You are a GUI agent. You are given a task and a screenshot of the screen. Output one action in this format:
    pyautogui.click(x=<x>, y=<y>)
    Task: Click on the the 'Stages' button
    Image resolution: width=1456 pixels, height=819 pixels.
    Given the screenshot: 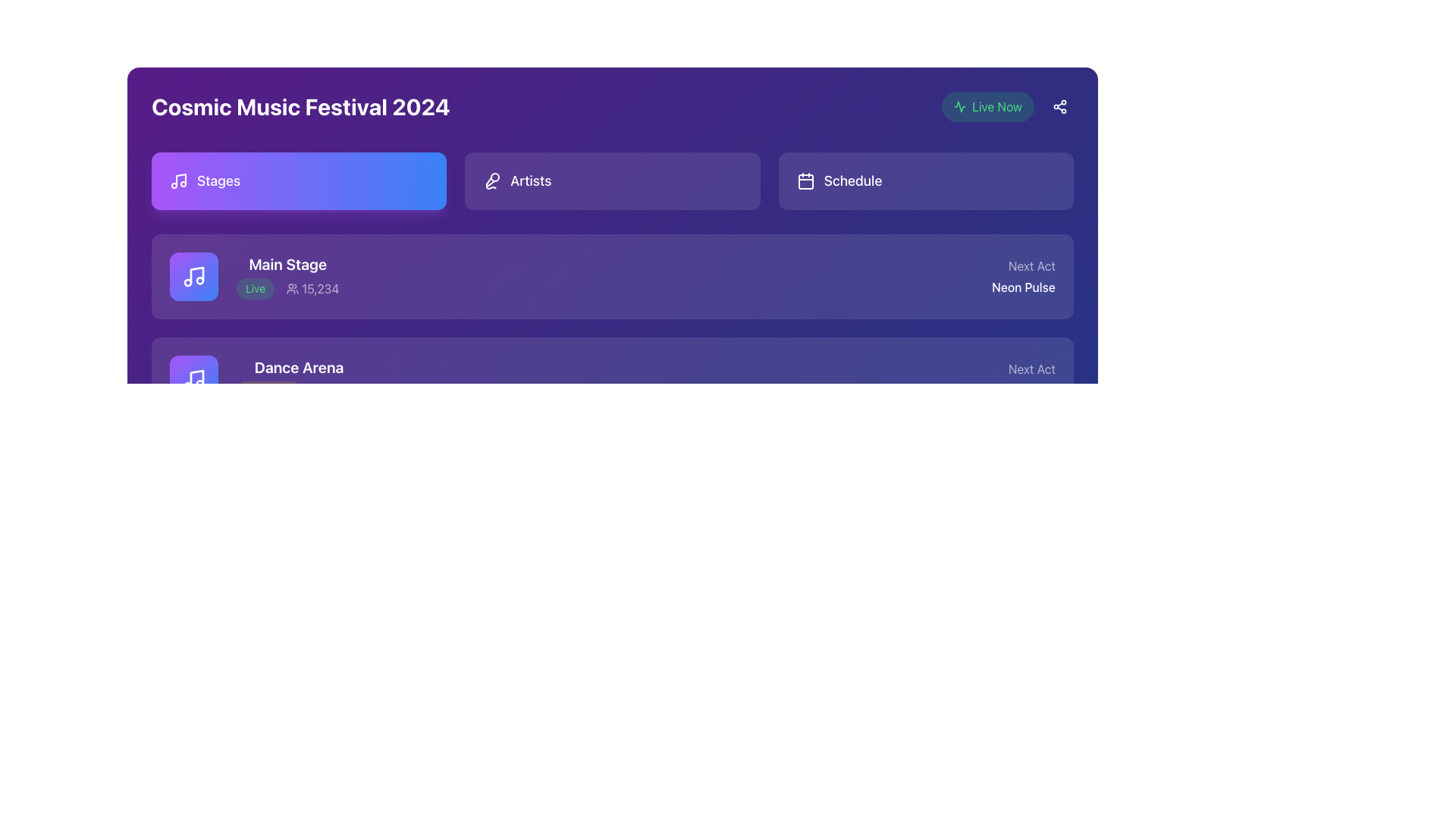 What is the action you would take?
    pyautogui.click(x=299, y=180)
    